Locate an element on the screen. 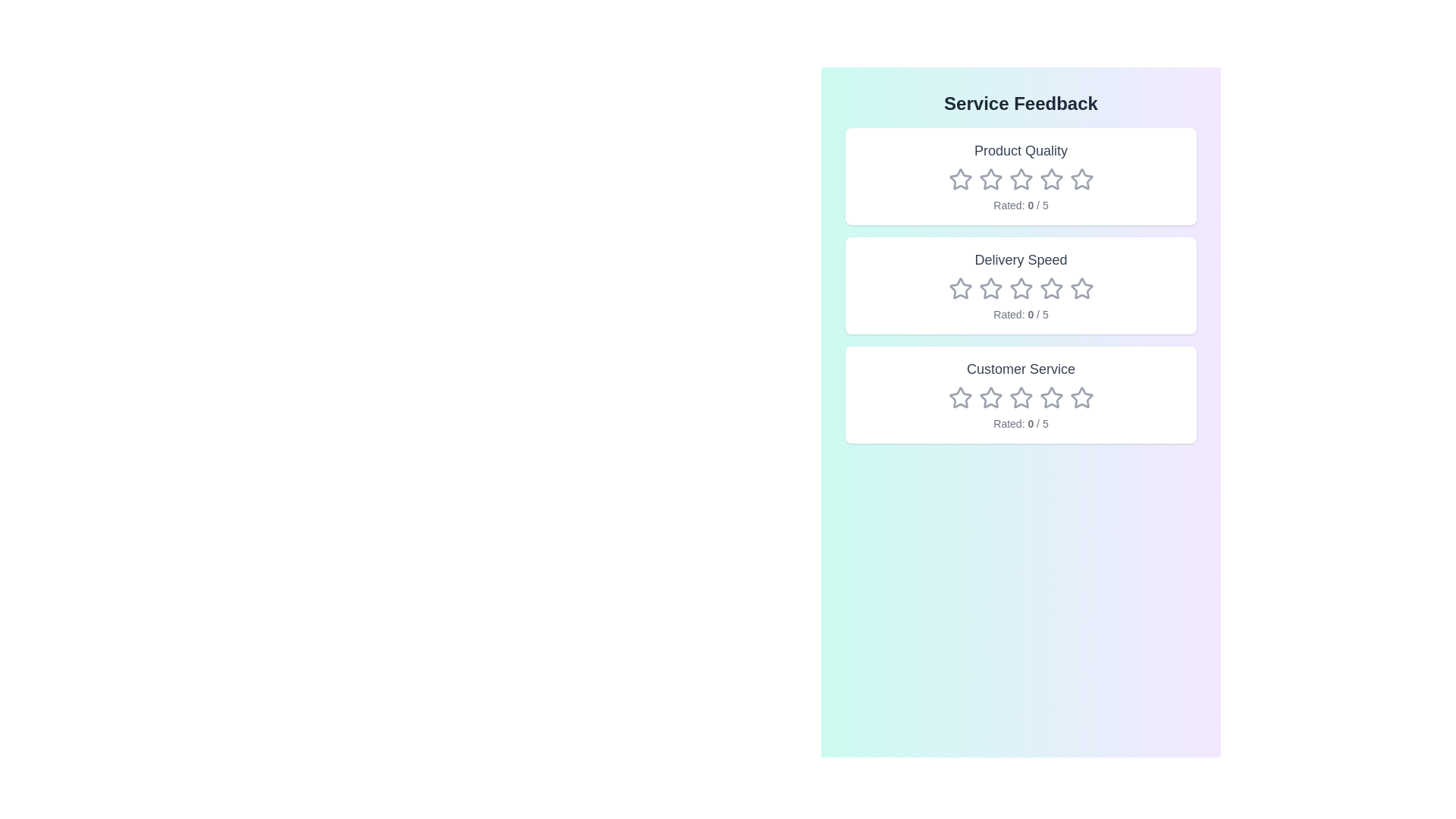 The image size is (1456, 819). the rating for the category Delivery Speed to 1 stars is located at coordinates (959, 289).